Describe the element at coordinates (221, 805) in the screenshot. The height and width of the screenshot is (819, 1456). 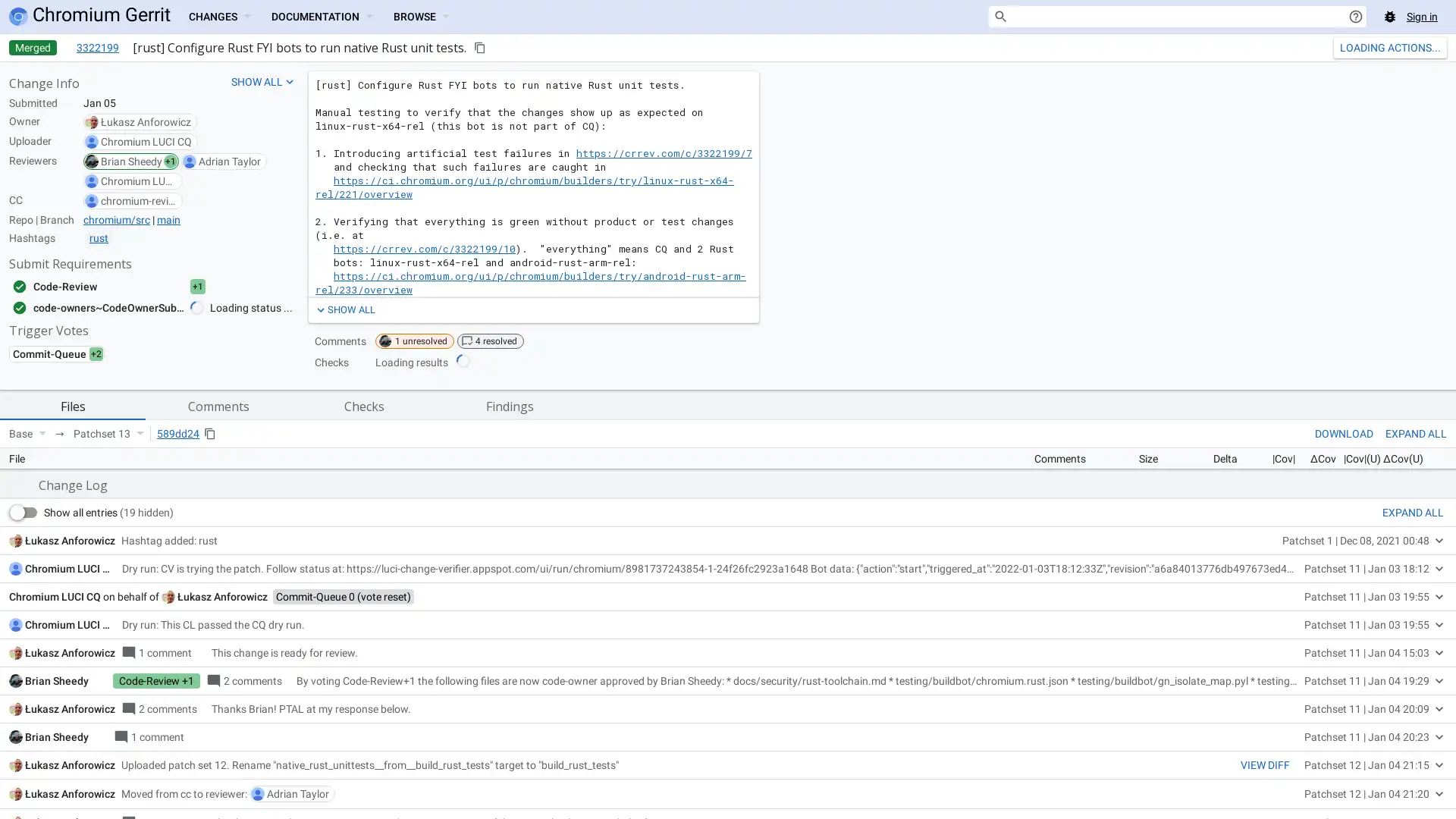
I see `ukasz Anforowicz` at that location.